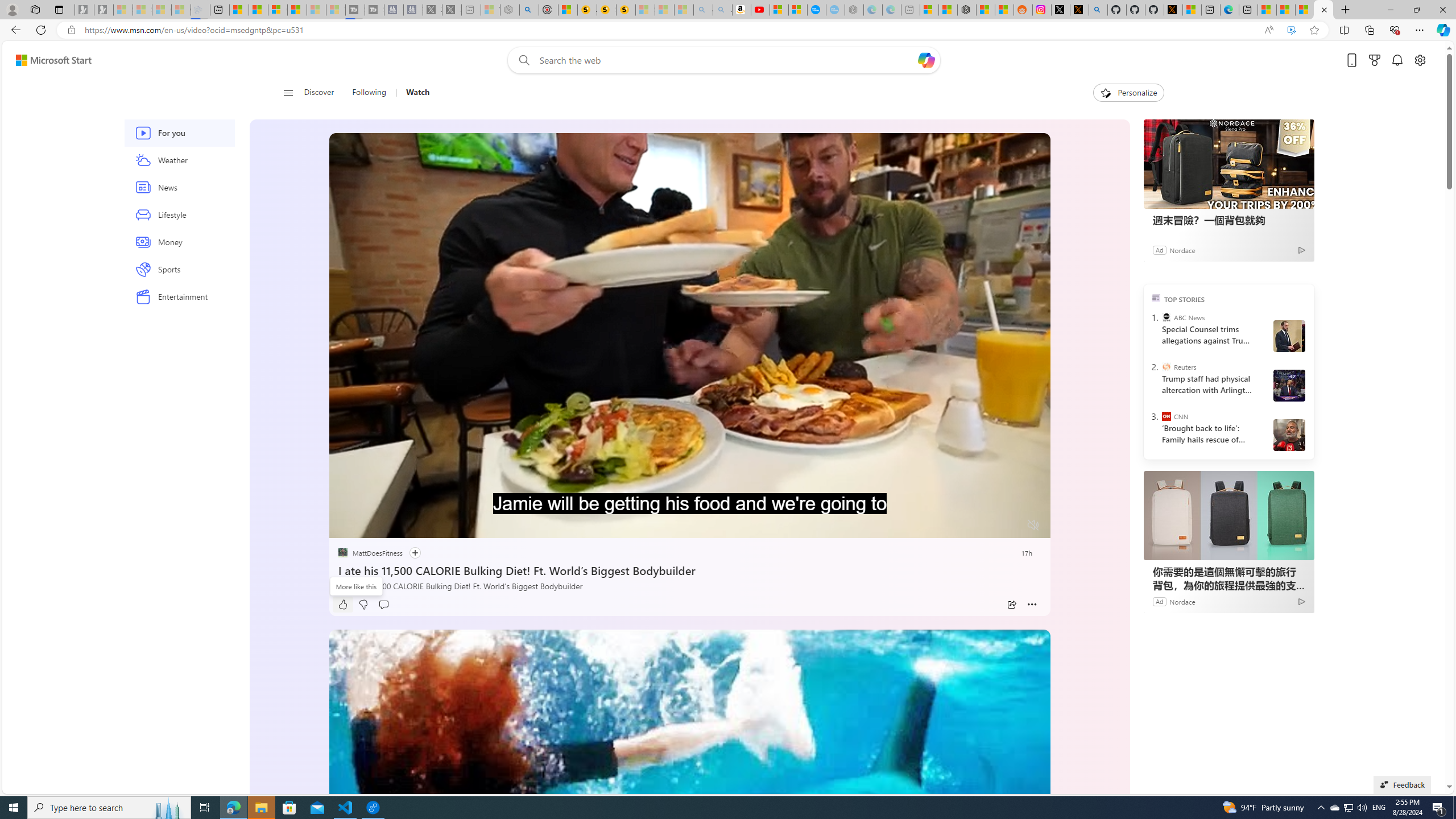 The width and height of the screenshot is (1456, 819). What do you see at coordinates (490, 9) in the screenshot?
I see `'Wildlife - MSN - Sleeping'` at bounding box center [490, 9].